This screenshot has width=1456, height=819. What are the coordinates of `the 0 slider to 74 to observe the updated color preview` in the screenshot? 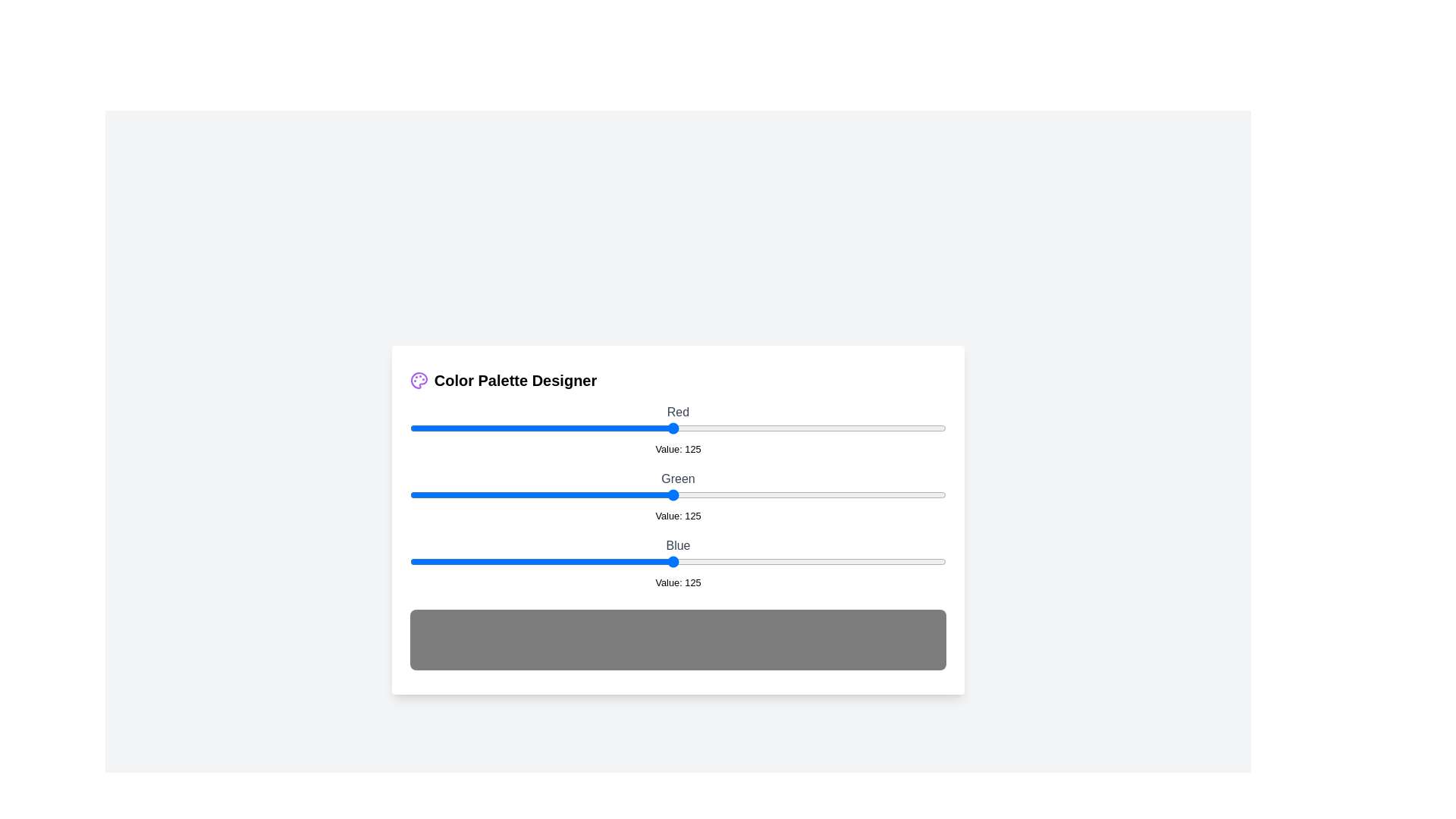 It's located at (565, 428).